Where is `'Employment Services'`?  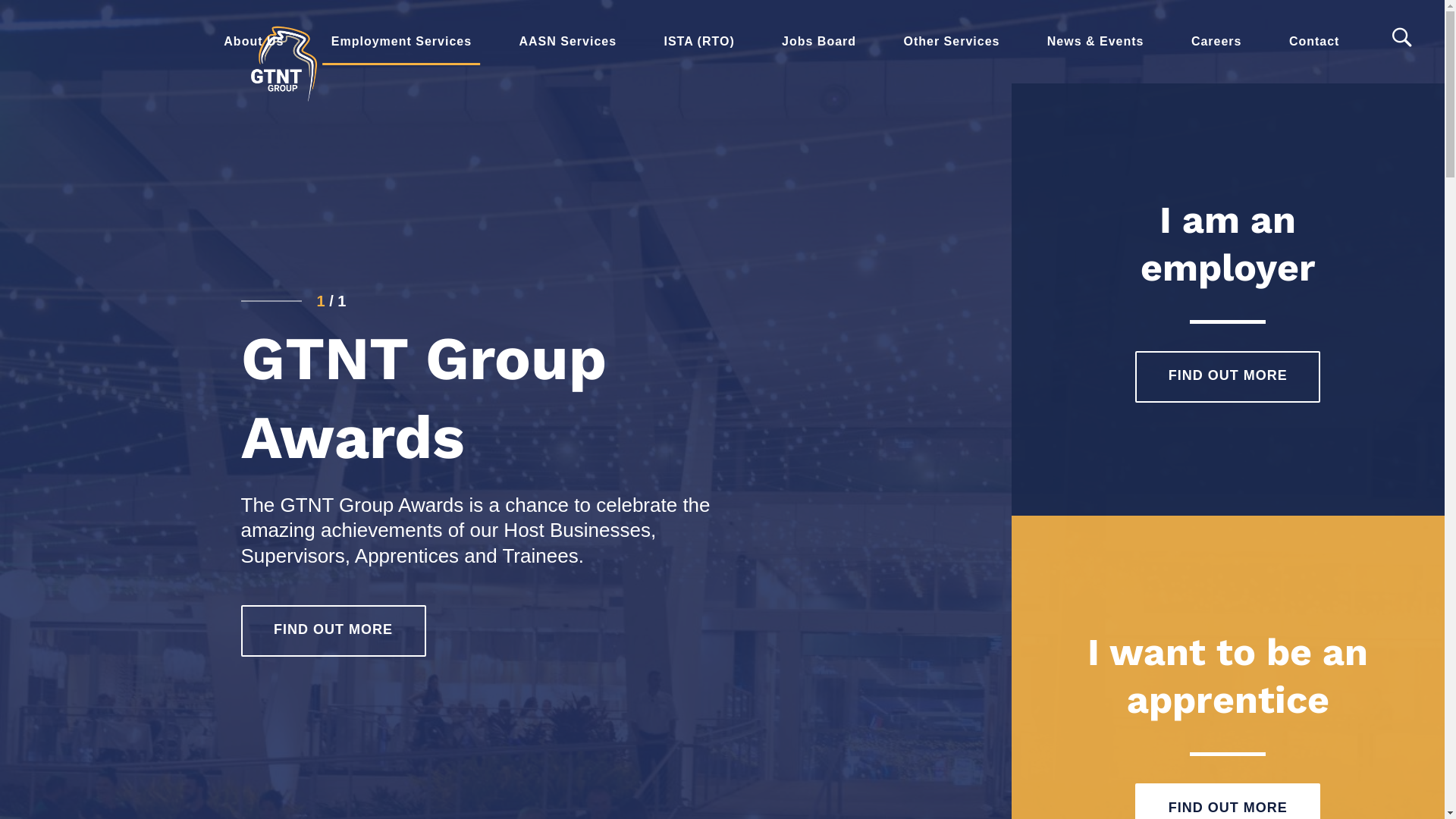
'Employment Services' is located at coordinates (401, 40).